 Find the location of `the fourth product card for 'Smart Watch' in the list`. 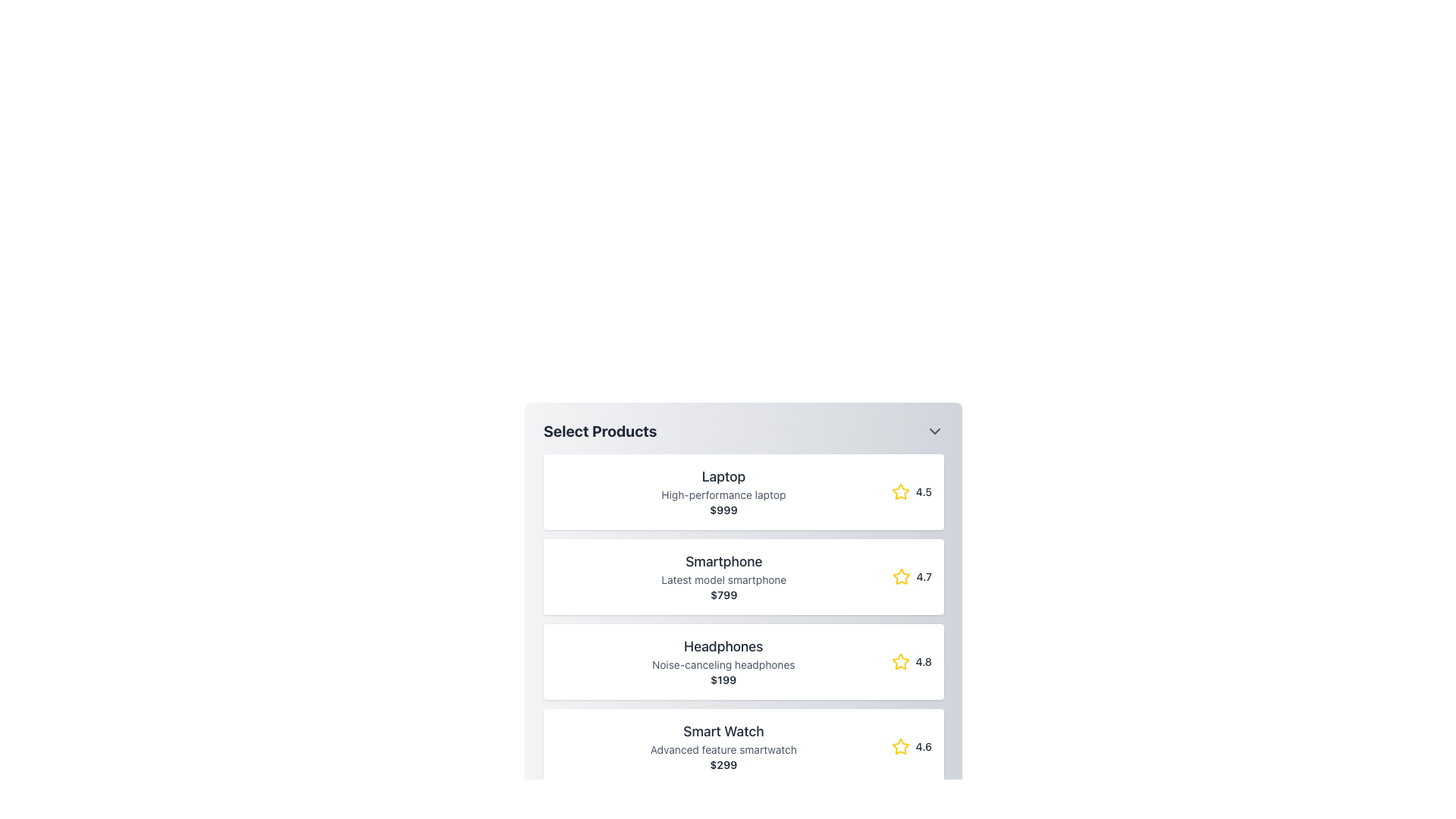

the fourth product card for 'Smart Watch' in the list is located at coordinates (743, 745).